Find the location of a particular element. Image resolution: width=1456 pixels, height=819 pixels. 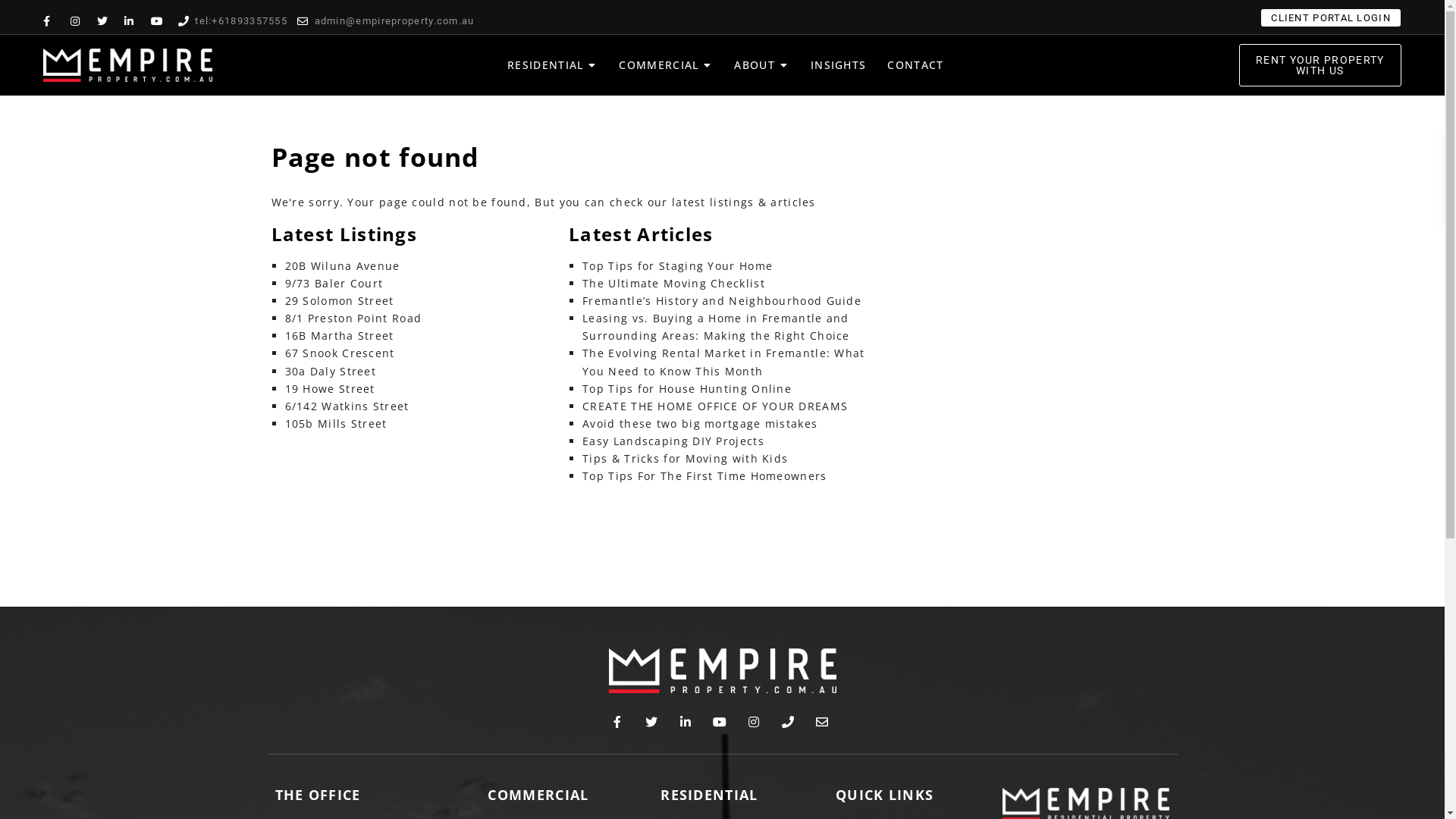

'RESIDENTIAL' is located at coordinates (507, 64).